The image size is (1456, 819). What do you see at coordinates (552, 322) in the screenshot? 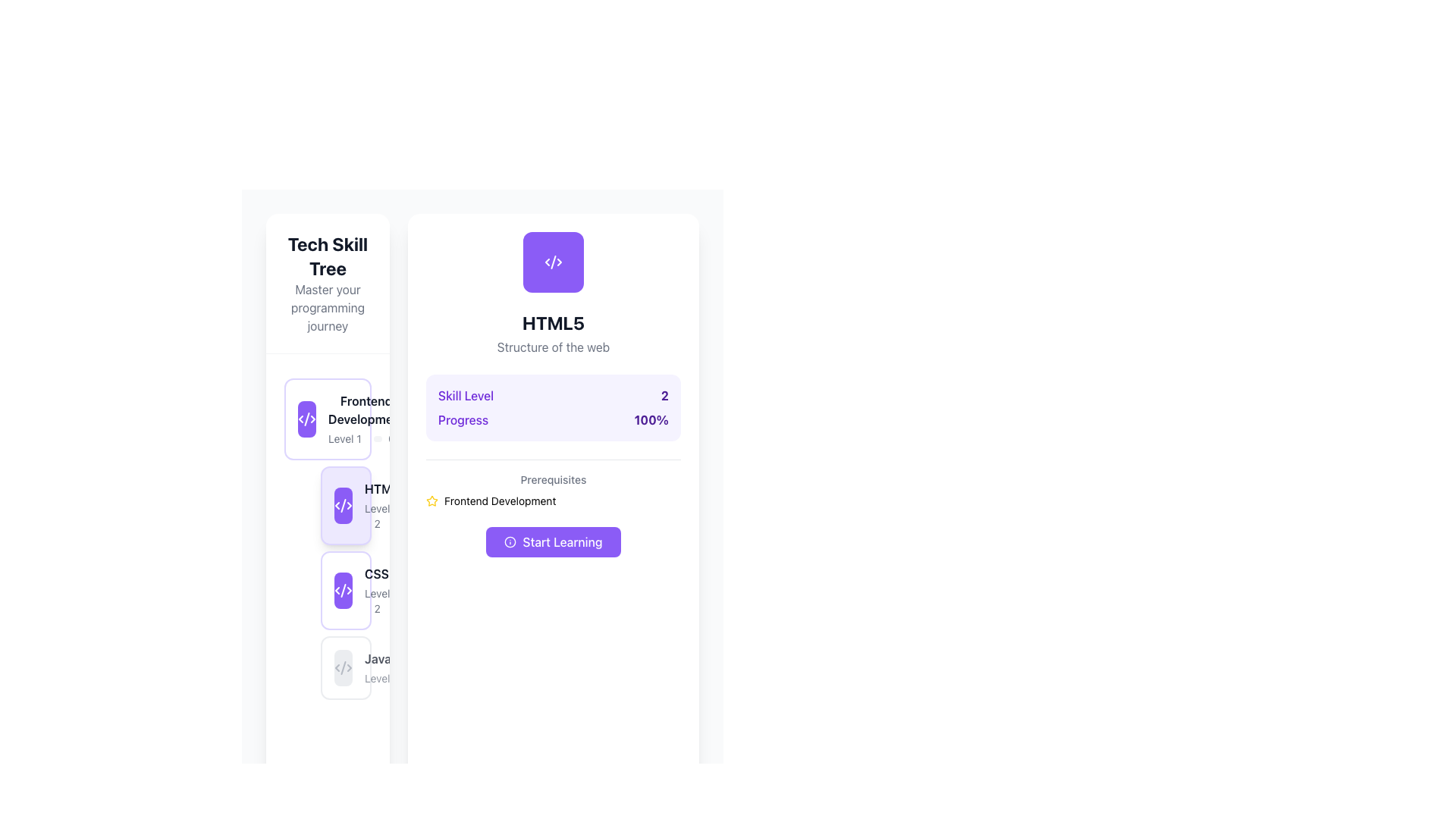
I see `the title text element labeled 'HTML5', which is positioned at the top center of the card, directly below an icon and above the descriptive text 'Structure of the web'` at bounding box center [552, 322].